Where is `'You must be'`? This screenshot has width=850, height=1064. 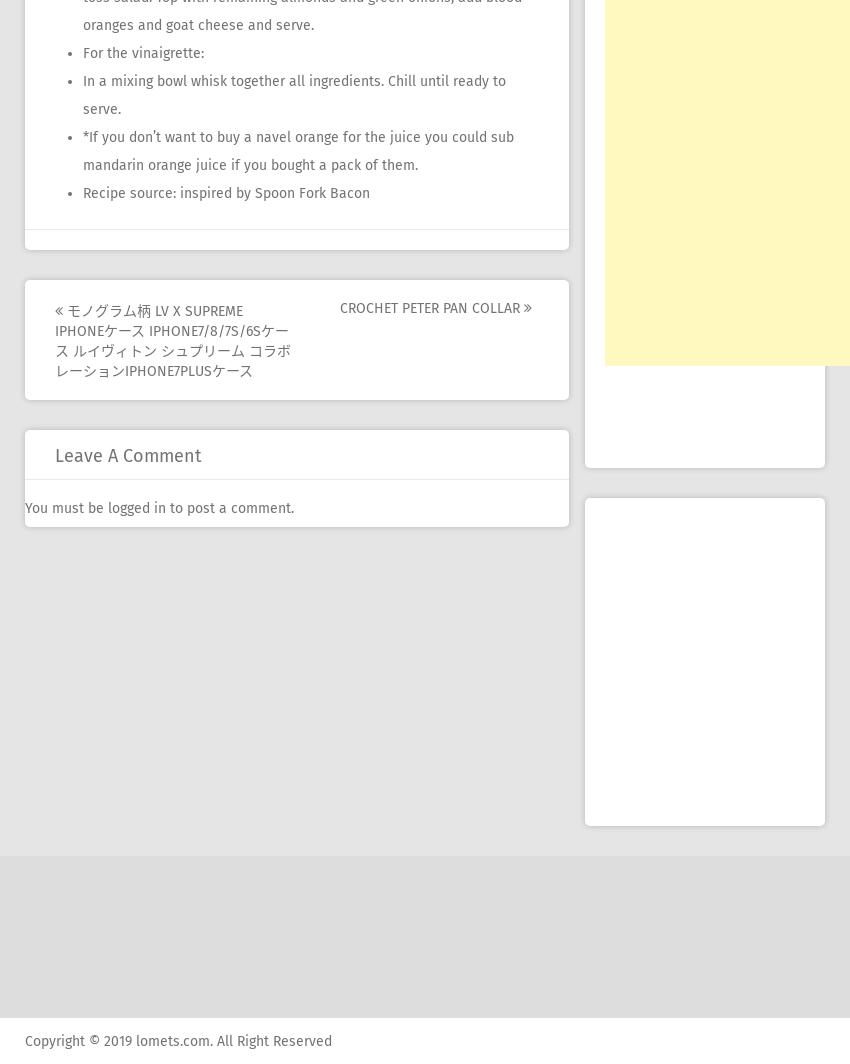 'You must be' is located at coordinates (66, 508).